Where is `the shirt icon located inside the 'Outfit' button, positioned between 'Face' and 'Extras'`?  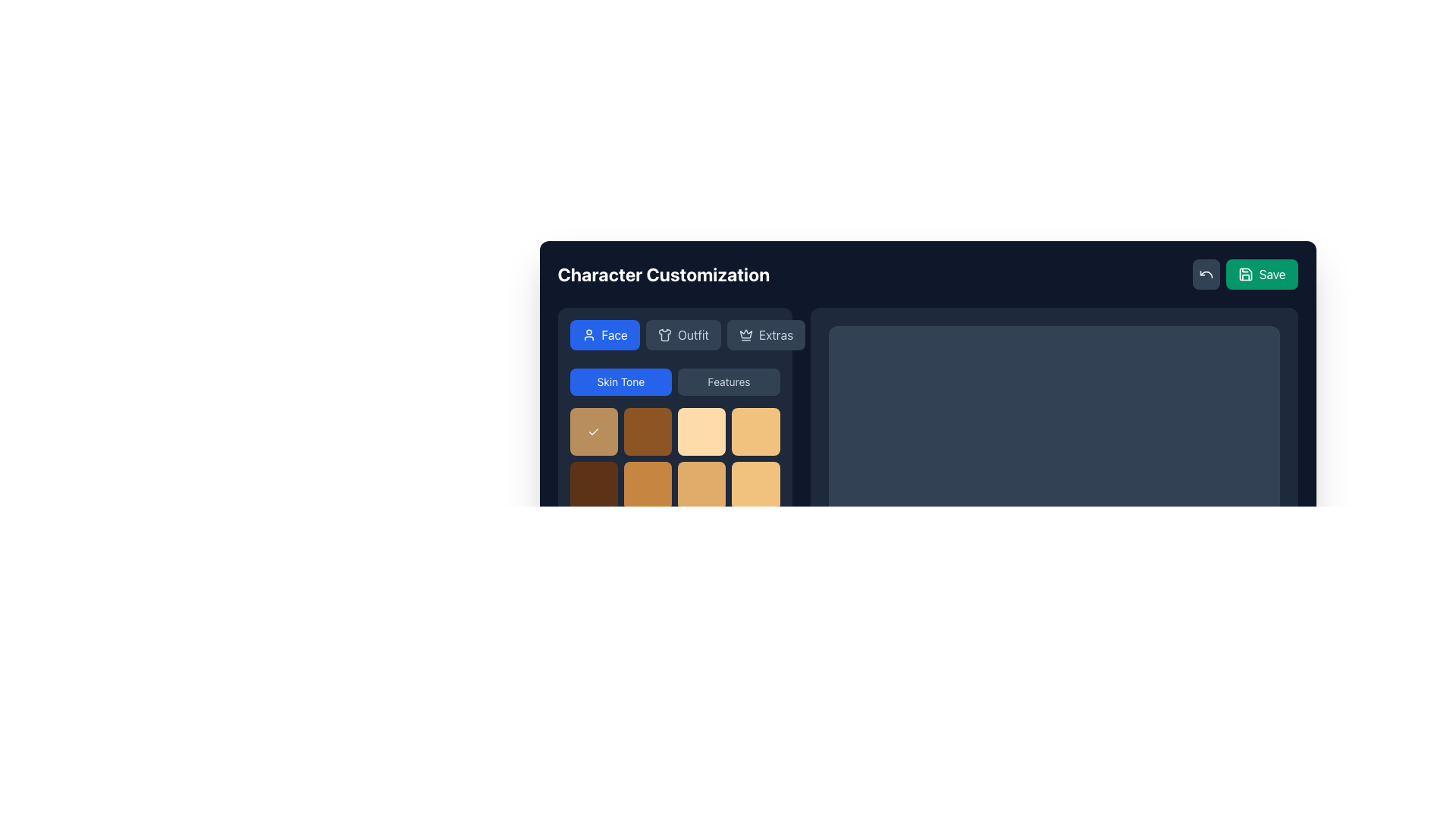
the shirt icon located inside the 'Outfit' button, positioned between 'Face' and 'Extras' is located at coordinates (664, 334).